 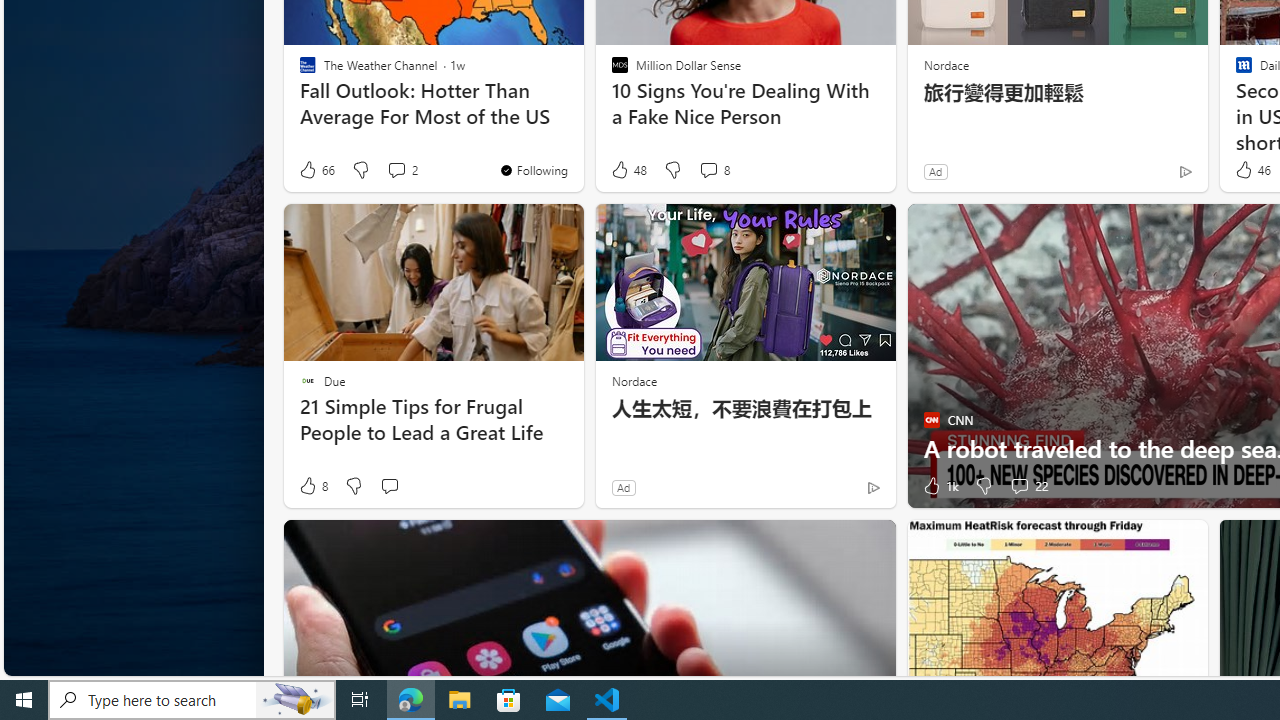 What do you see at coordinates (627, 169) in the screenshot?
I see `'48 Like'` at bounding box center [627, 169].